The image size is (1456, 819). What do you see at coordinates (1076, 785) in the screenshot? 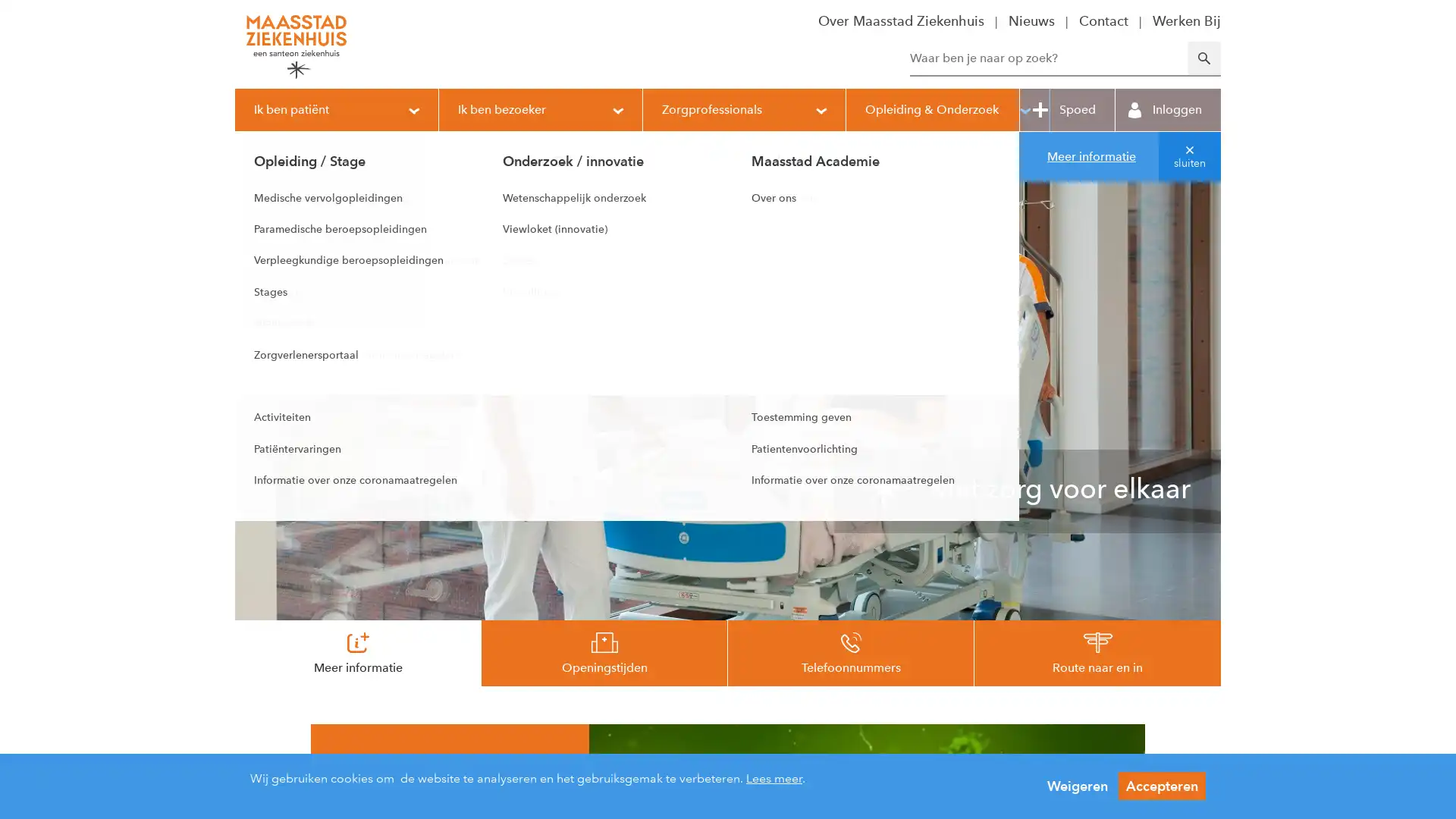
I see `Weigeren` at bounding box center [1076, 785].